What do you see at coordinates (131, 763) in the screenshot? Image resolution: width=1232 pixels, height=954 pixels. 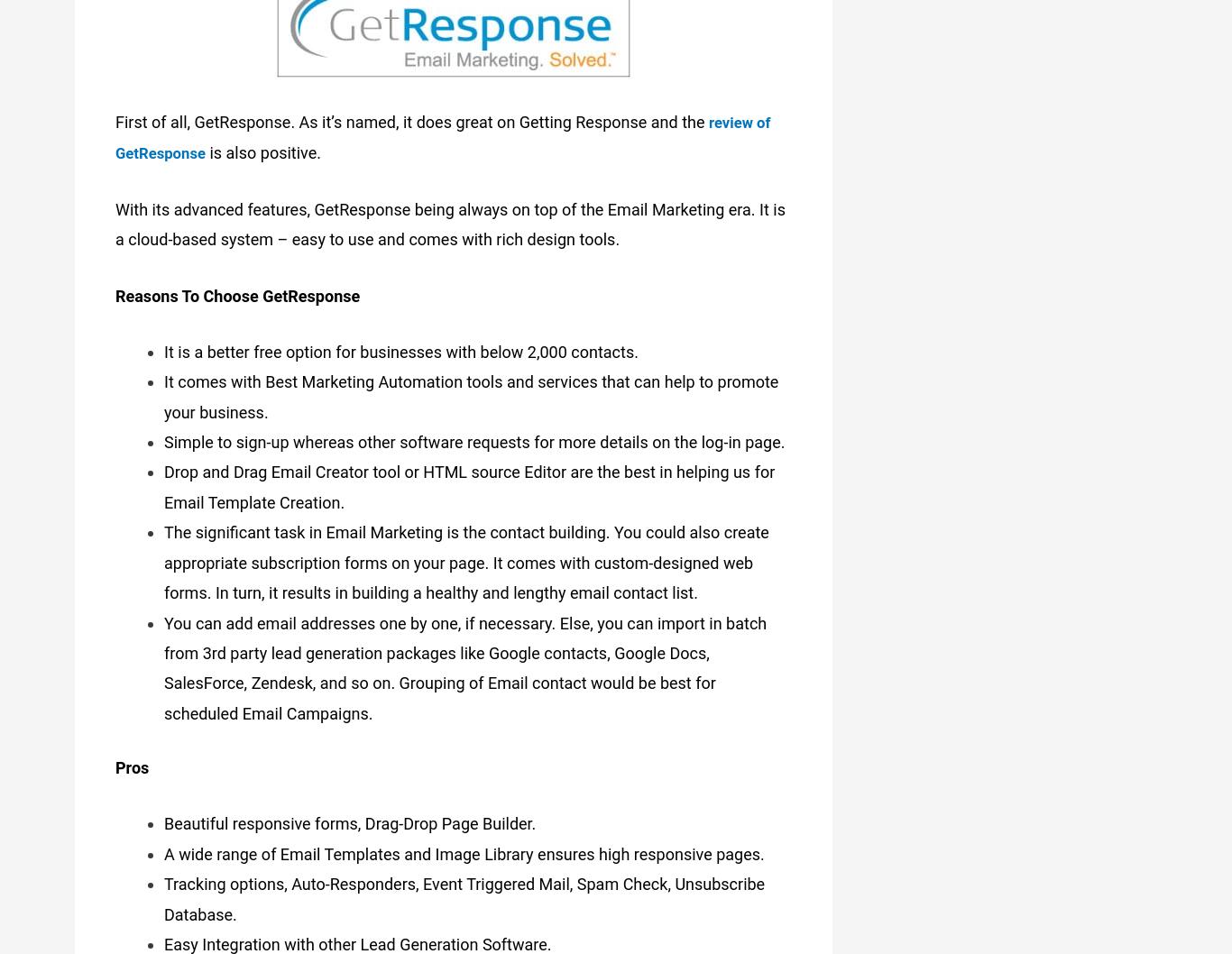 I see `'Pros'` at bounding box center [131, 763].